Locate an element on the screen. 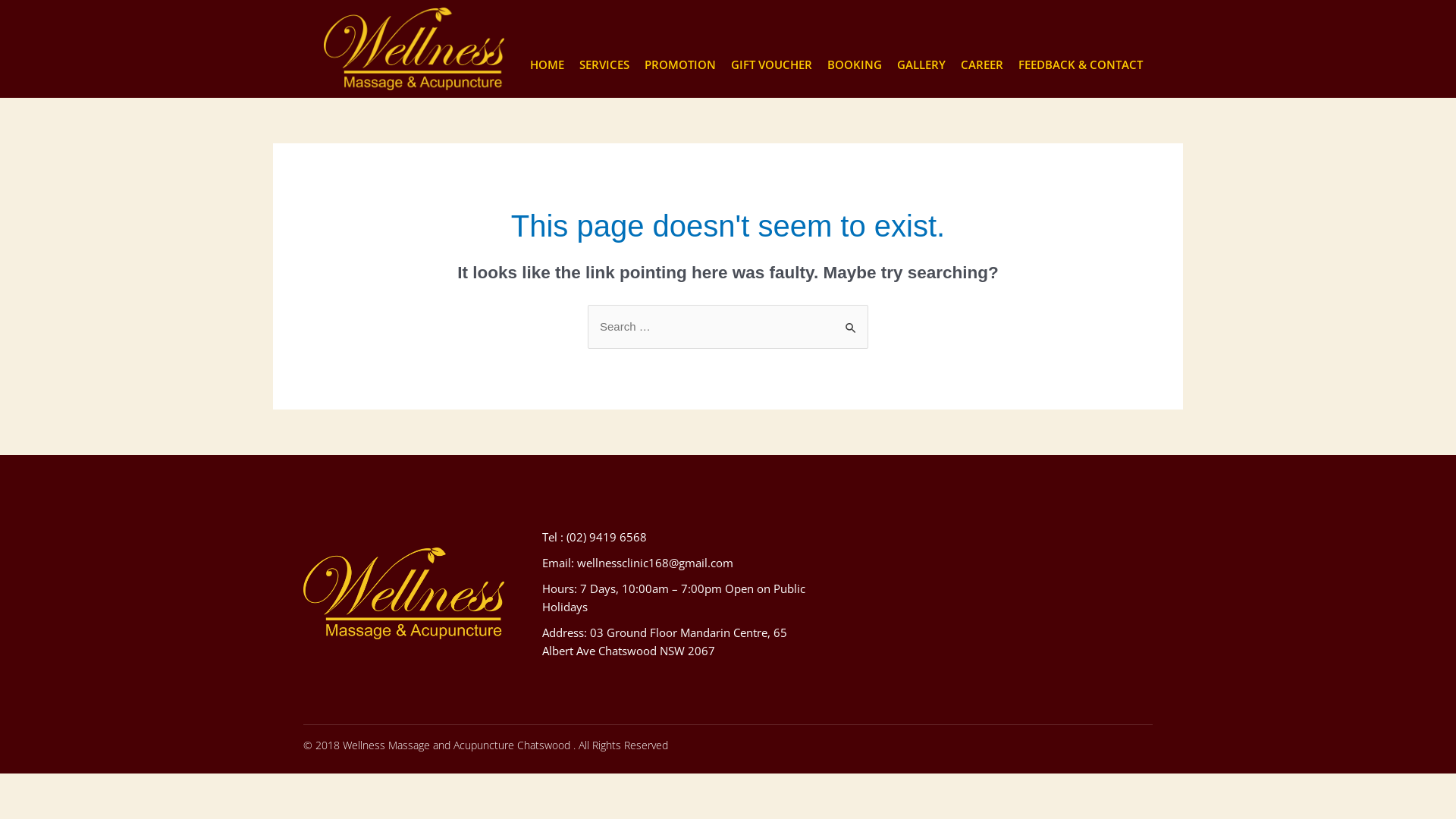 This screenshot has height=819, width=1456. 'BOOKING' is located at coordinates (854, 63).